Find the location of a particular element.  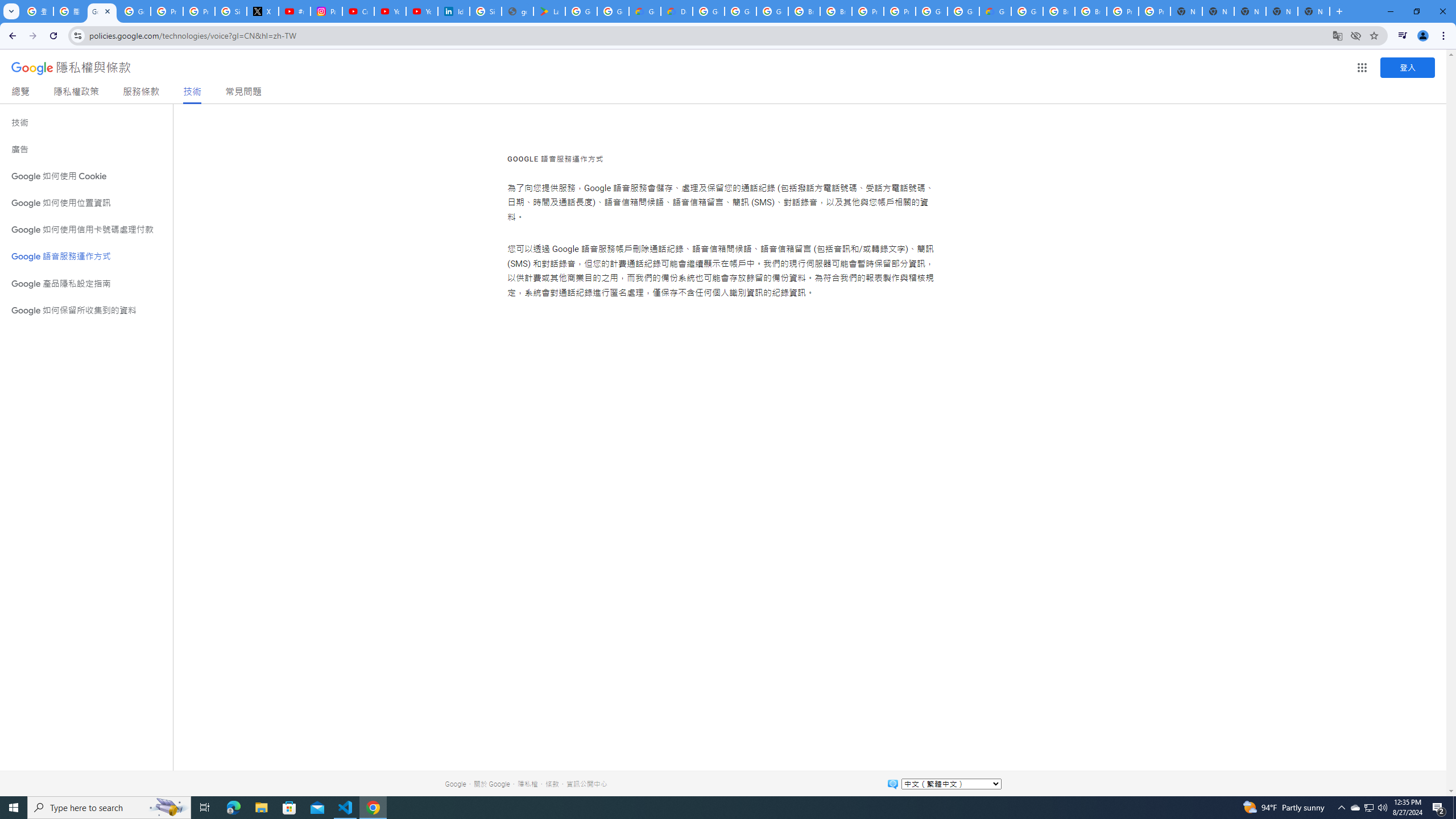

'New Tab' is located at coordinates (1314, 11).